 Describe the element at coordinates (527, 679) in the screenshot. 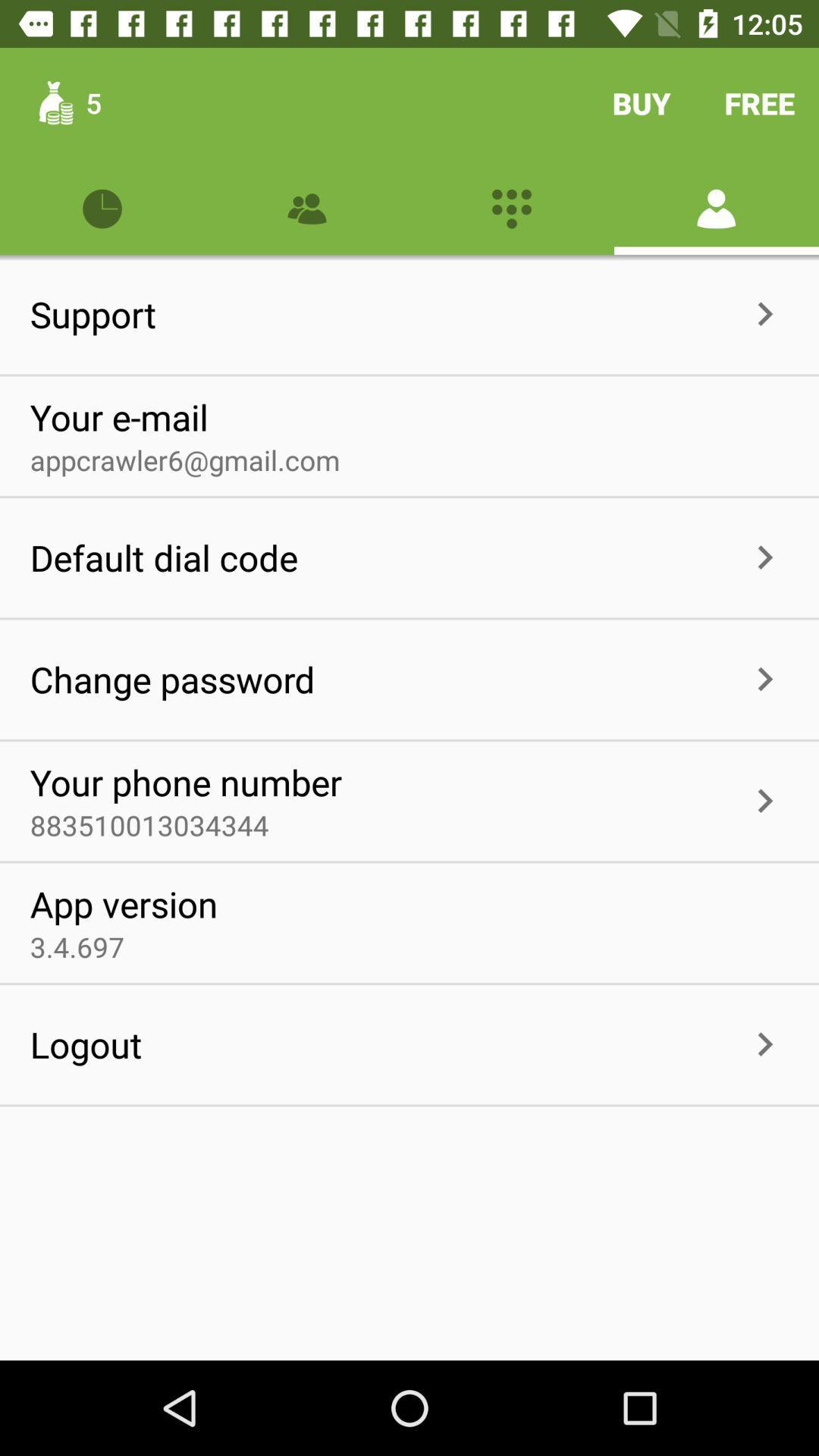

I see `the item to the right of the change password item` at that location.